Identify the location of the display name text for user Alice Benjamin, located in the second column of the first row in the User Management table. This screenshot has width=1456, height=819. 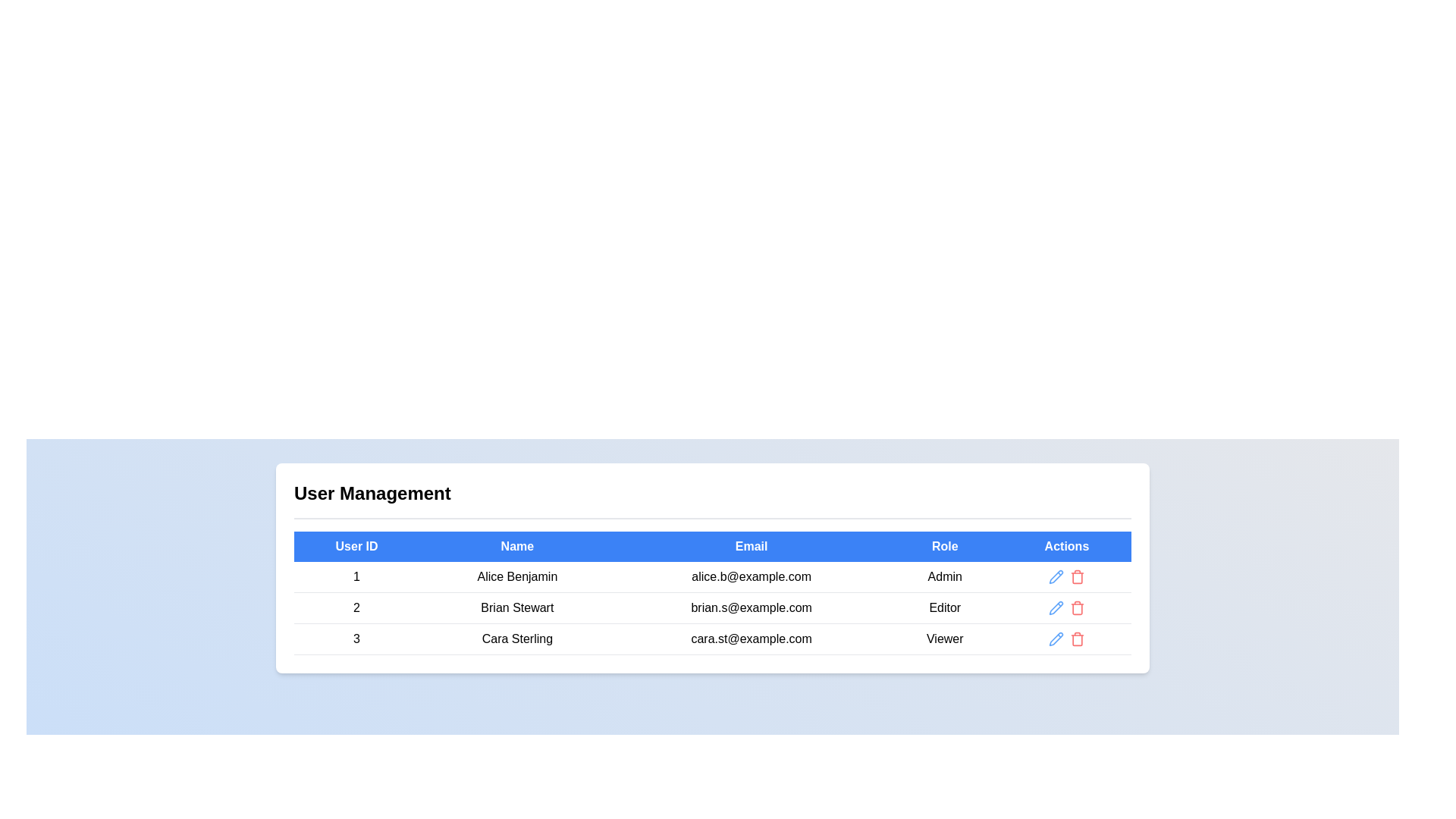
(517, 577).